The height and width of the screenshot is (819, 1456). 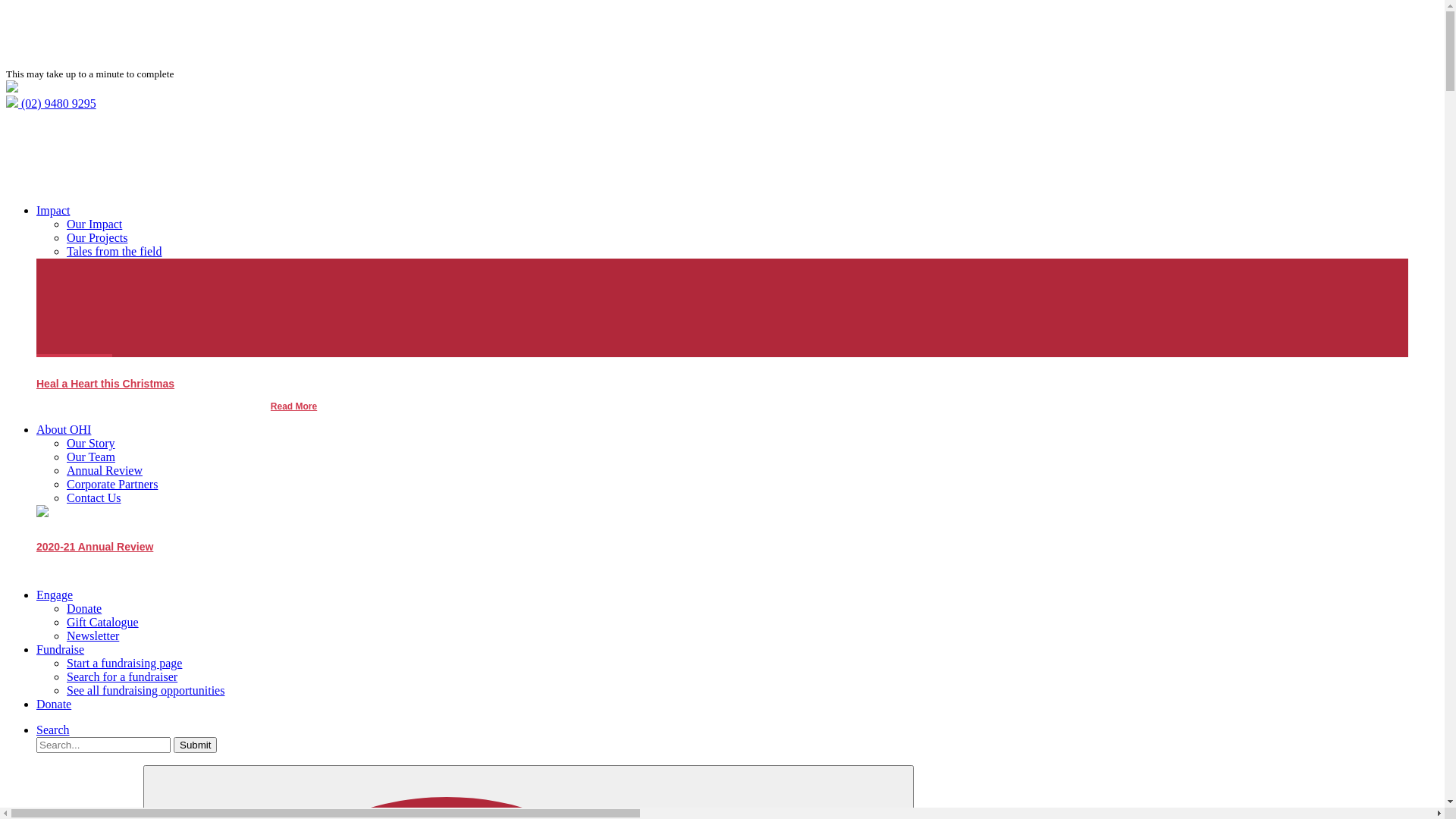 What do you see at coordinates (54, 704) in the screenshot?
I see `'Donate'` at bounding box center [54, 704].